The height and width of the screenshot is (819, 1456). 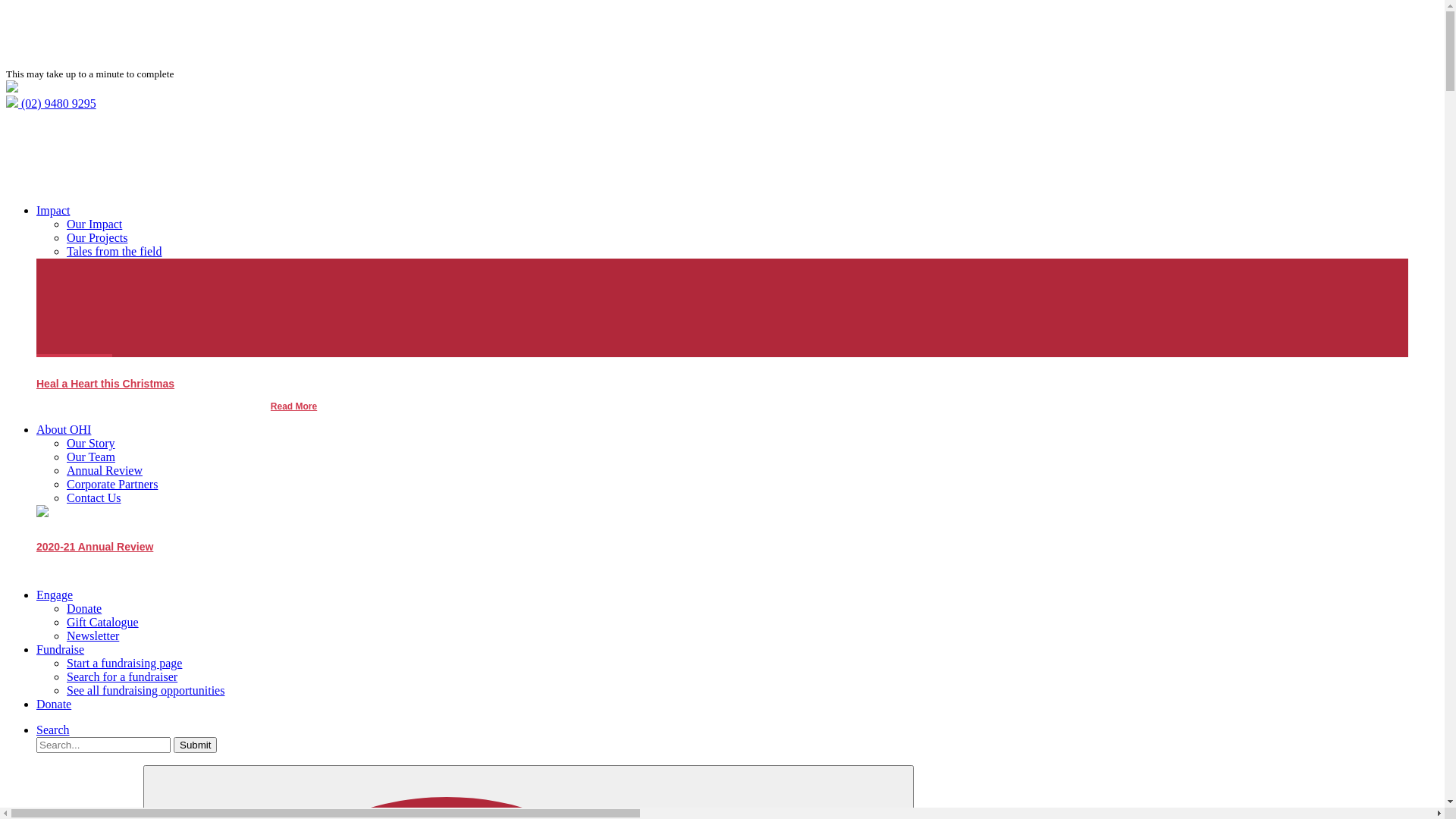 What do you see at coordinates (54, 704) in the screenshot?
I see `'Donate'` at bounding box center [54, 704].